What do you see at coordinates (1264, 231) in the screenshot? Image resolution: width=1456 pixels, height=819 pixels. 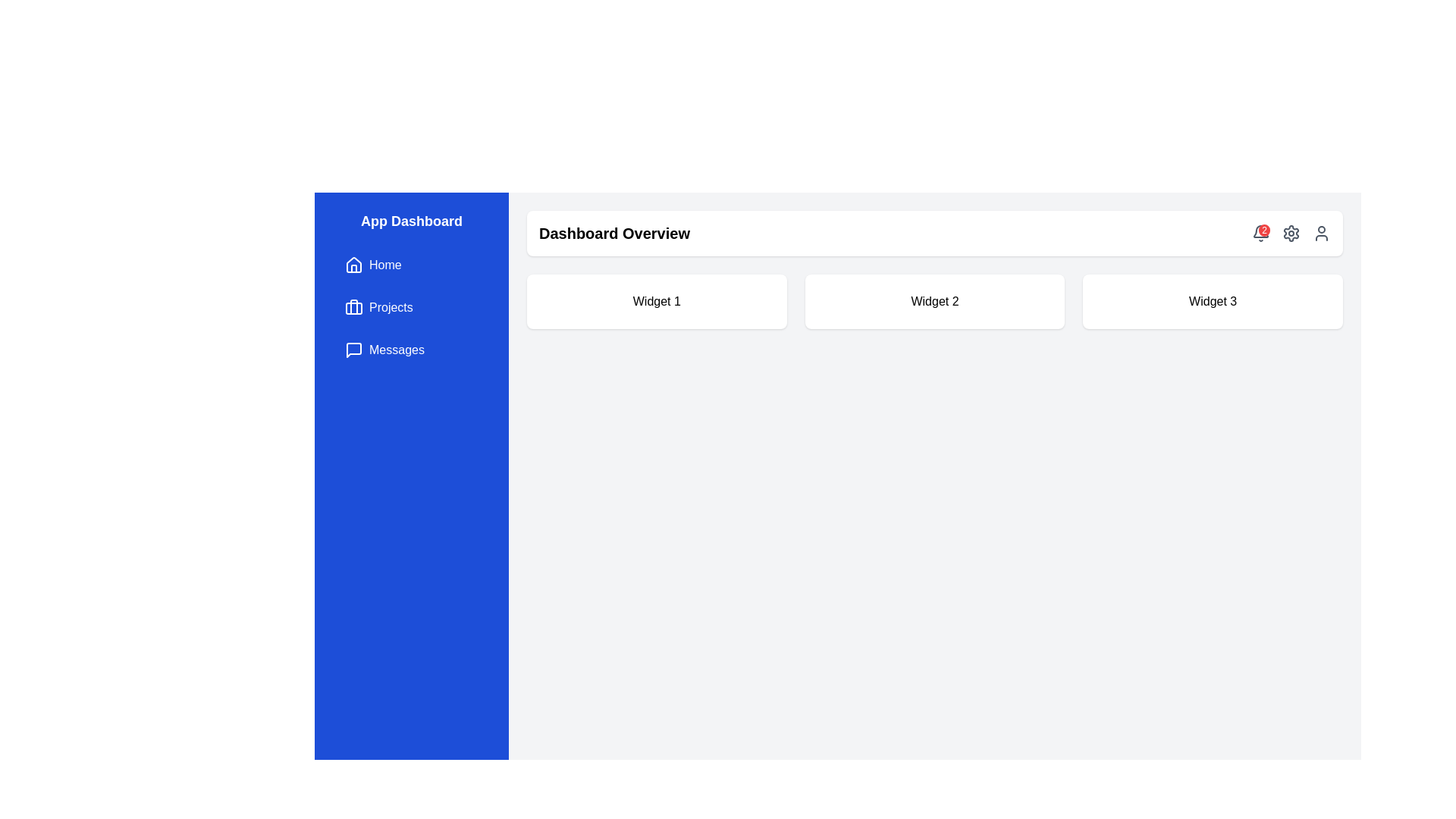 I see `the small circular red badge with white text '2' located at the top-right corner of the notification bell icon in the header bar` at bounding box center [1264, 231].